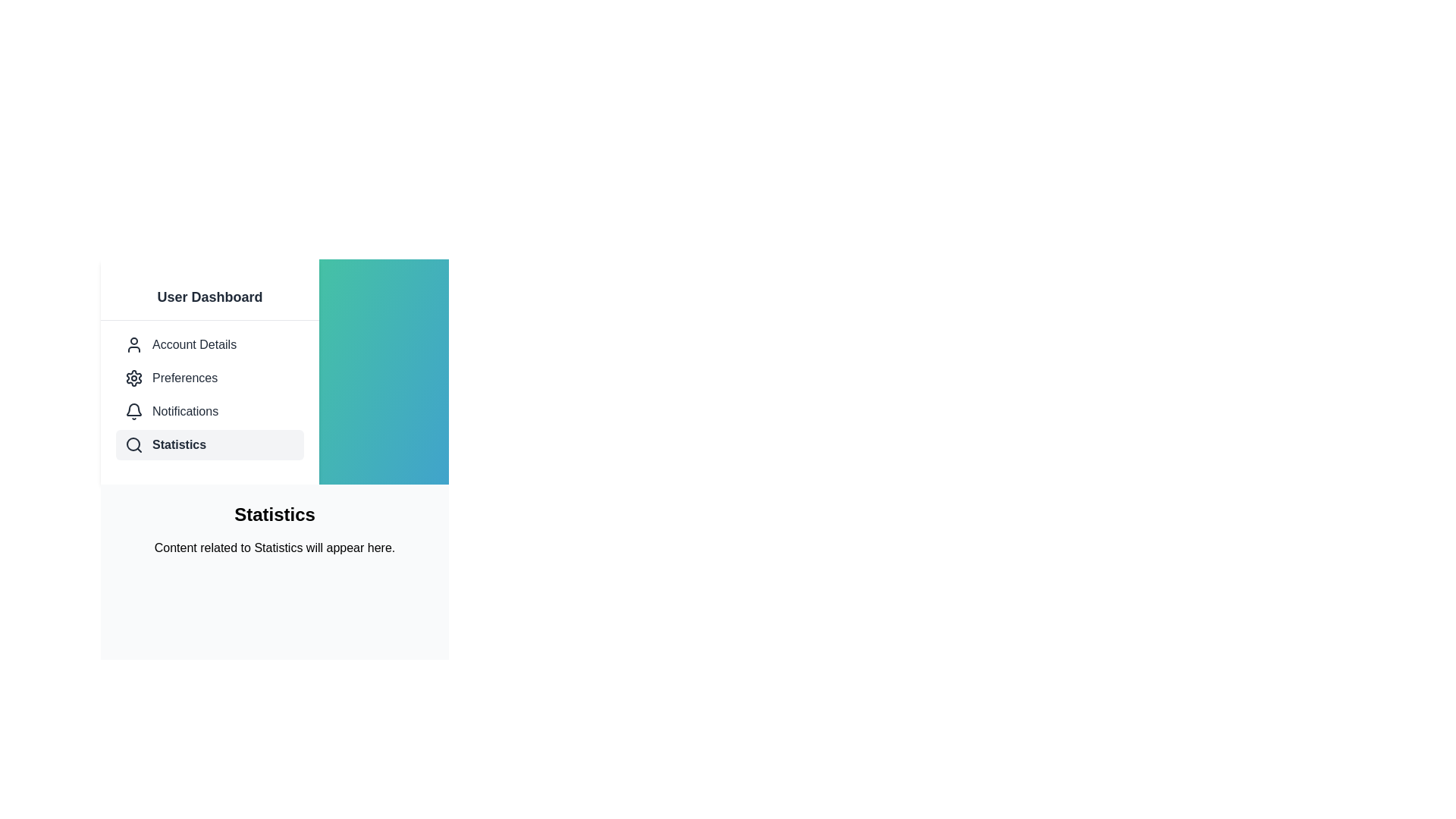 Image resolution: width=1456 pixels, height=819 pixels. What do you see at coordinates (275, 513) in the screenshot?
I see `the 'Statistics' text label, which is displayed in a bold, large font size and is positioned prominently above a smaller description text` at bounding box center [275, 513].